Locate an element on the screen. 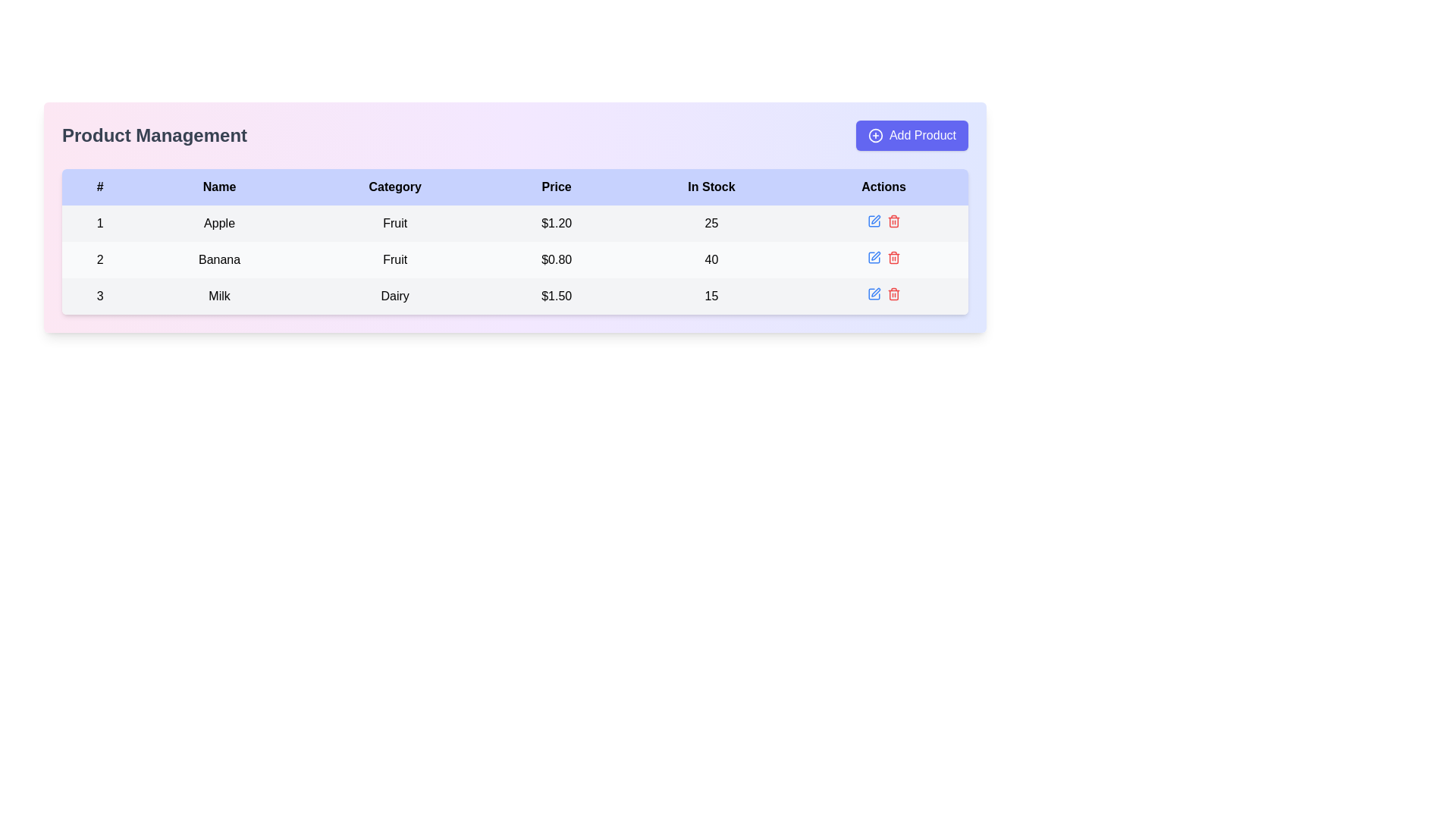  the text label displaying 'Apple' located in the second cell of the first row in the 'Name' column of the table is located at coordinates (218, 223).